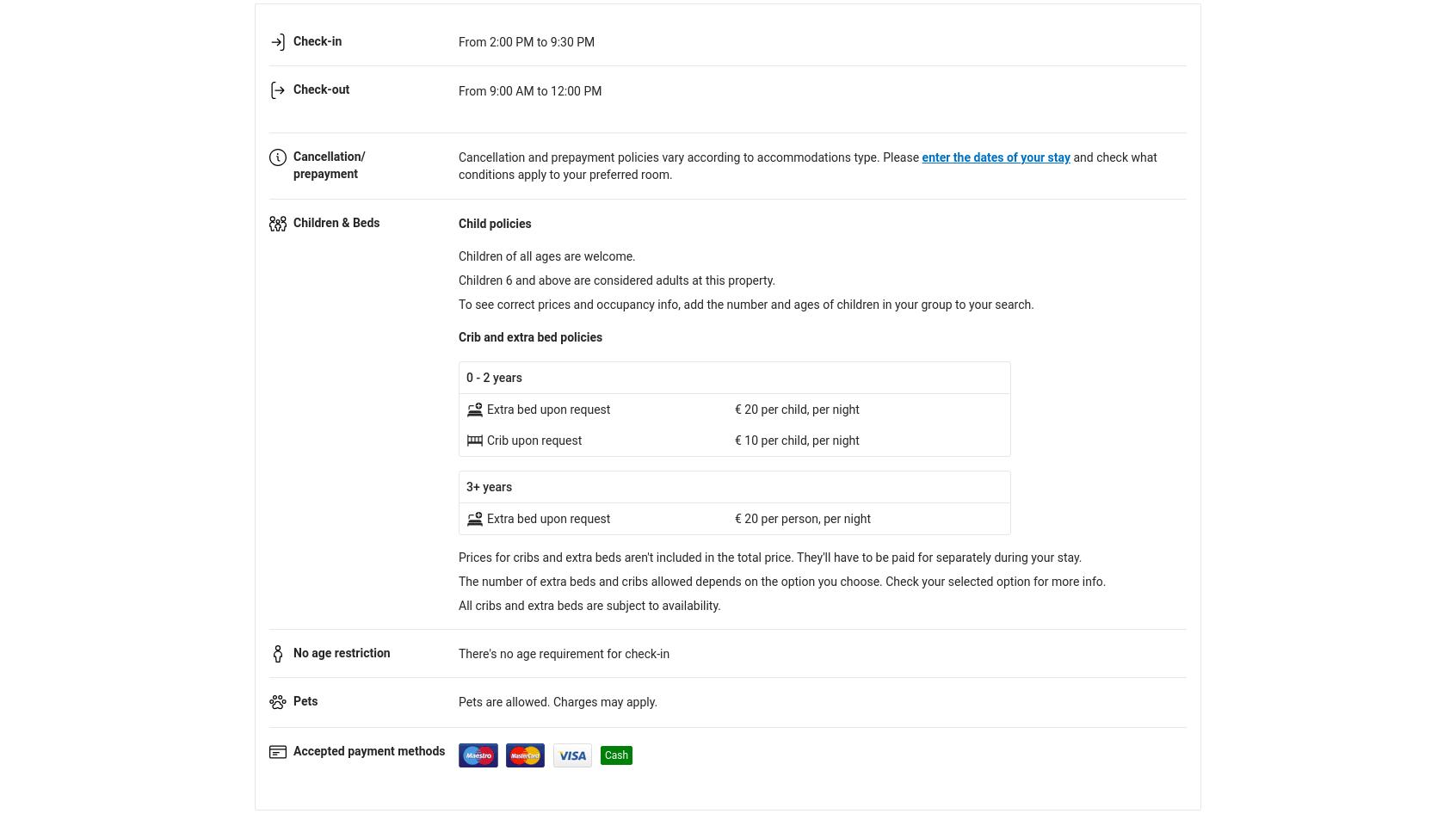 The height and width of the screenshot is (832, 1456). What do you see at coordinates (325, 172) in the screenshot?
I see `'prepayment'` at bounding box center [325, 172].